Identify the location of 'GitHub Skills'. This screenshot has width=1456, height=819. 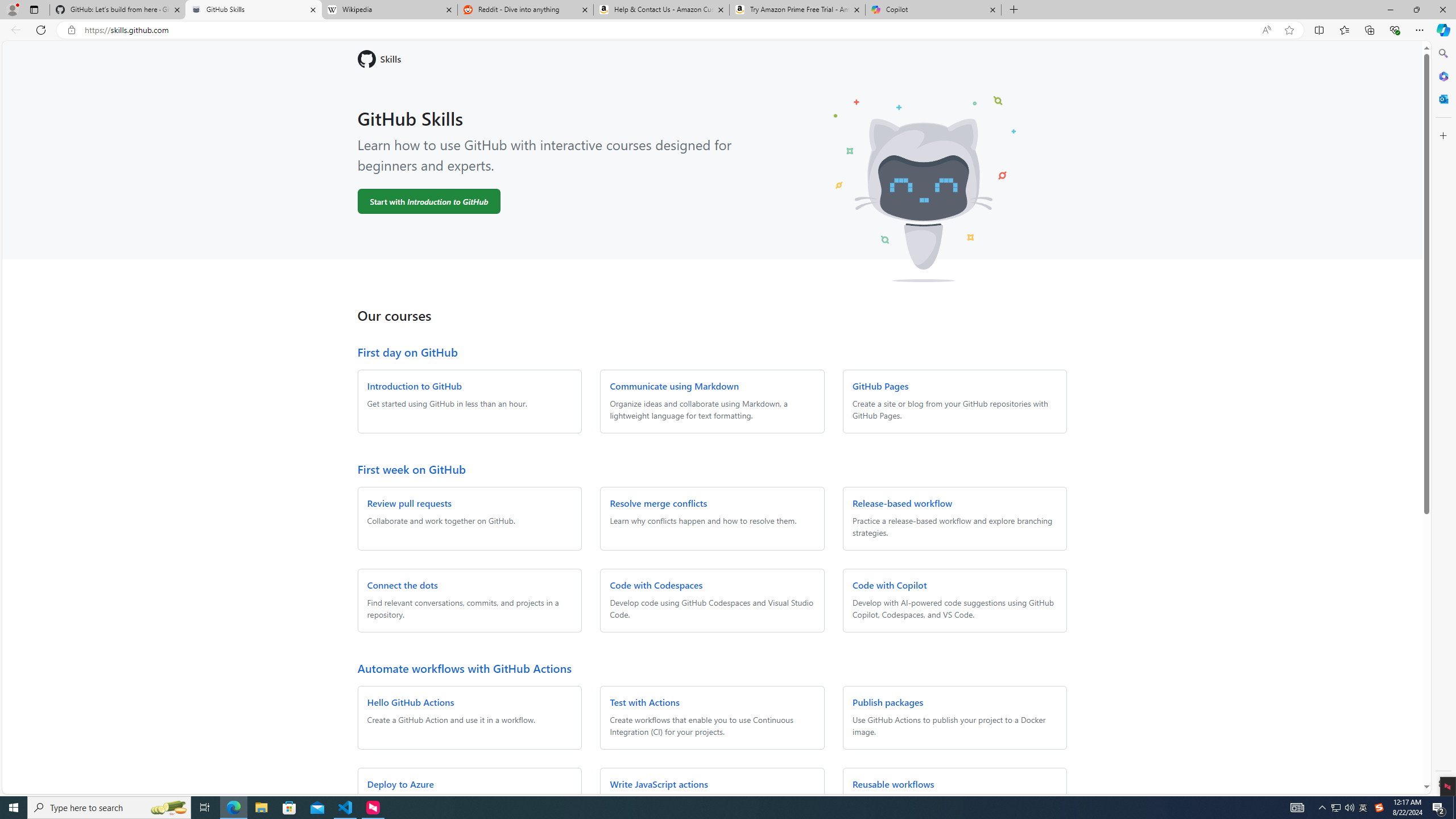
(253, 9).